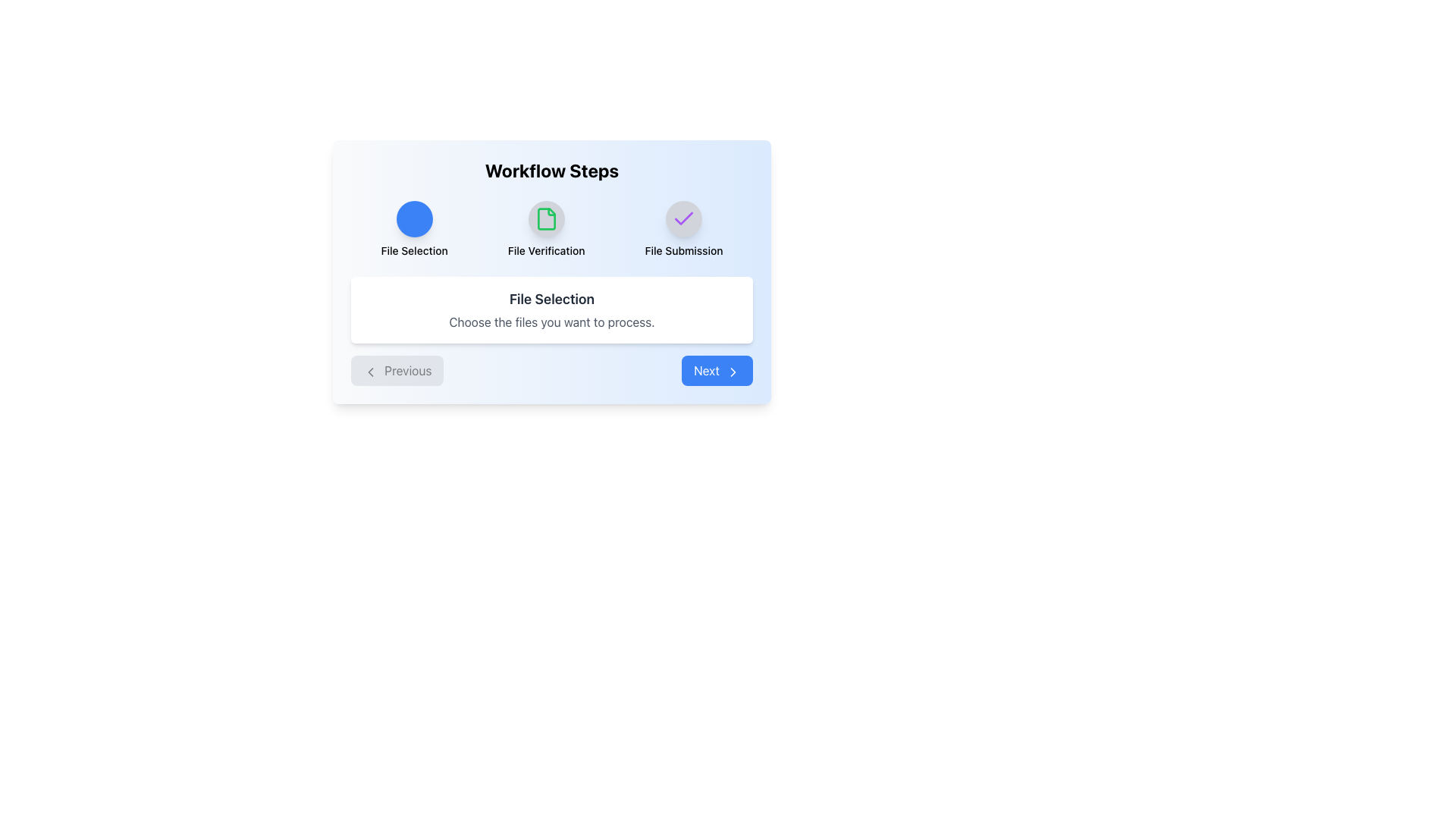 The image size is (1456, 819). I want to click on the 'File Selection' icon in the workflow steps, which is the leftmost element in a horizontal set of three steps labeled 'File Selection,' 'File Verification,' and 'File Submission.', so click(414, 230).